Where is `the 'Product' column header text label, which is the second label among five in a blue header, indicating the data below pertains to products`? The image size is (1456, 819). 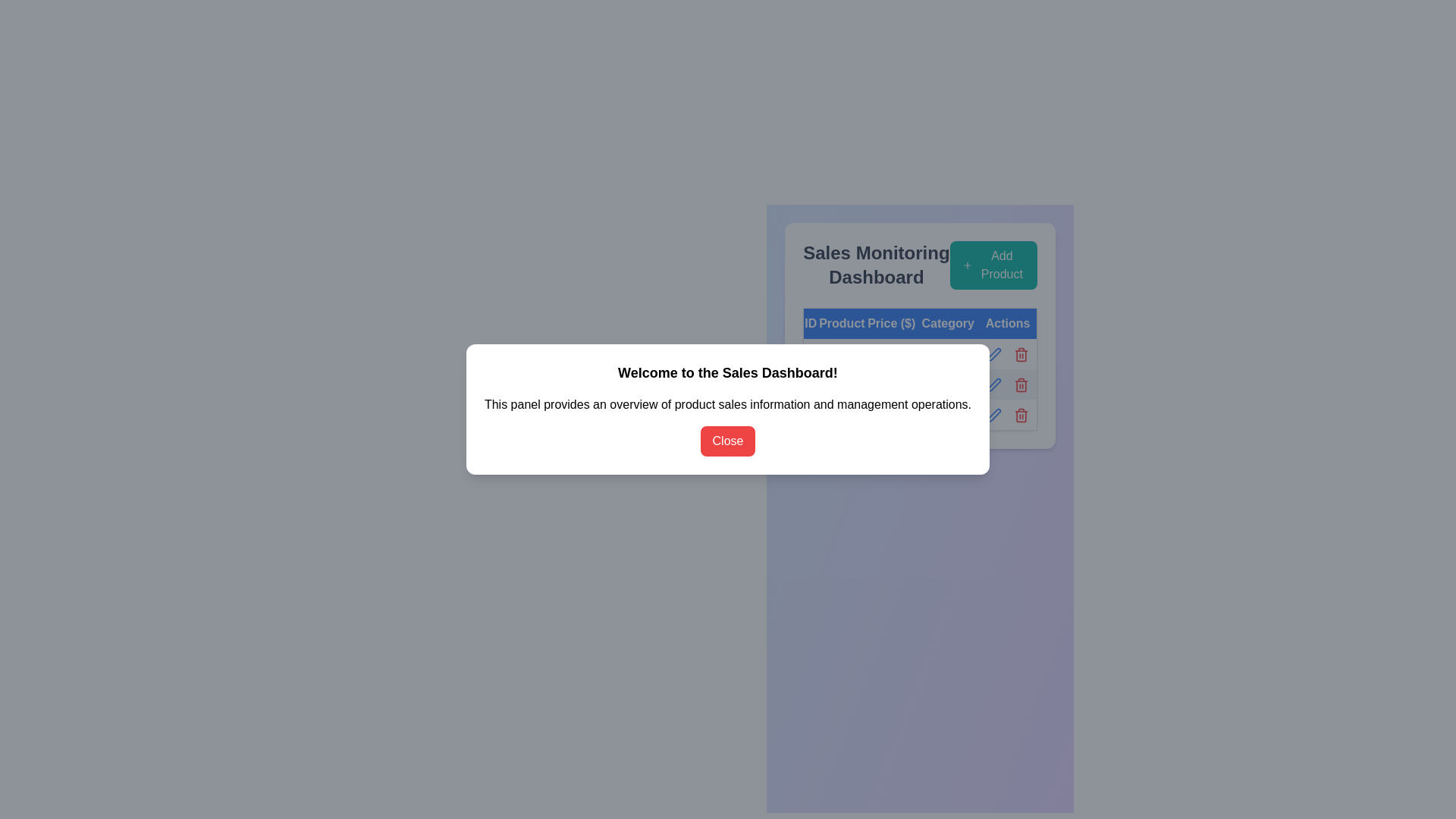
the 'Product' column header text label, which is the second label among five in a blue header, indicating the data below pertains to products is located at coordinates (841, 322).